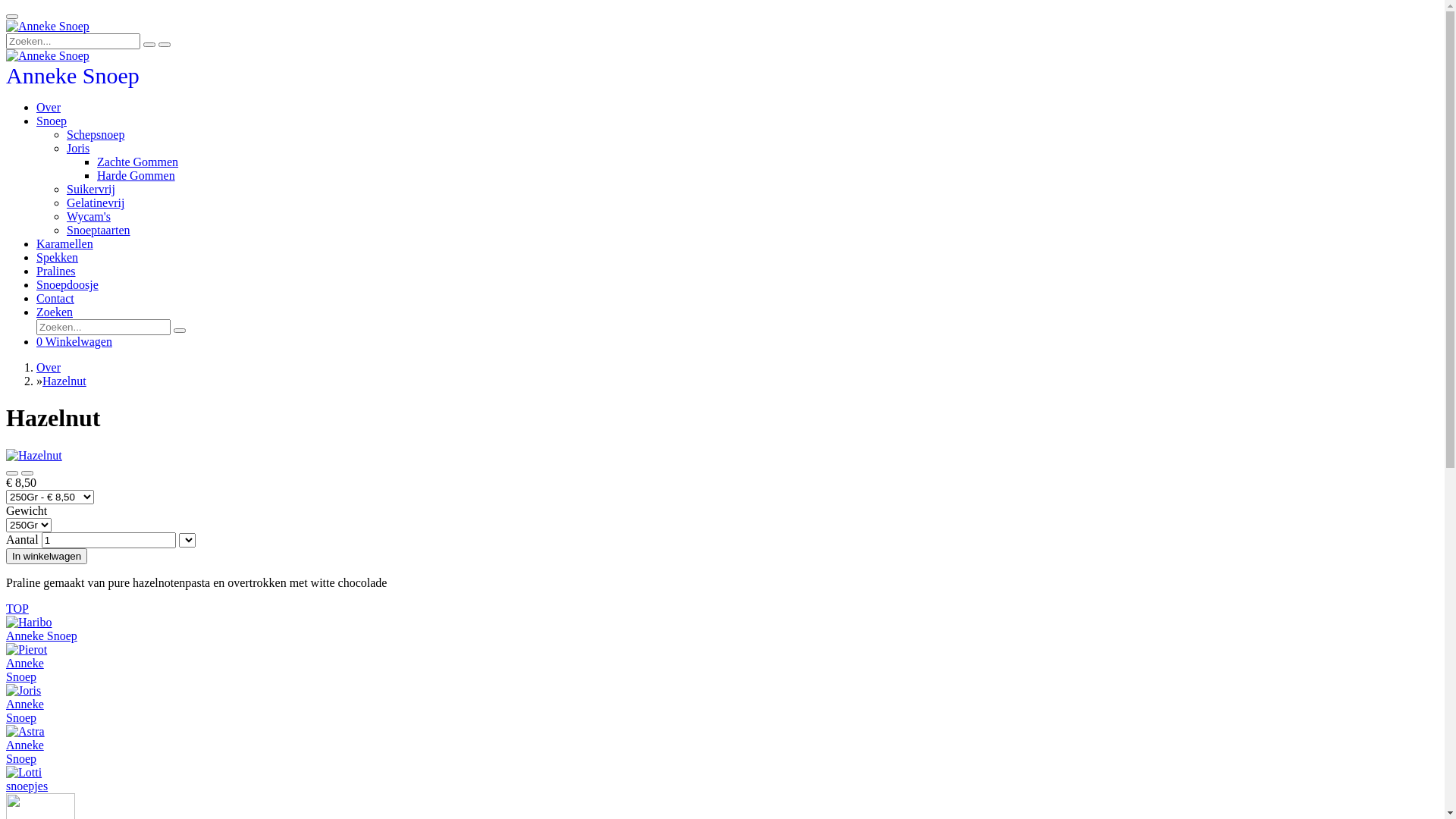  Describe the element at coordinates (94, 202) in the screenshot. I see `'Gelatinevrij'` at that location.